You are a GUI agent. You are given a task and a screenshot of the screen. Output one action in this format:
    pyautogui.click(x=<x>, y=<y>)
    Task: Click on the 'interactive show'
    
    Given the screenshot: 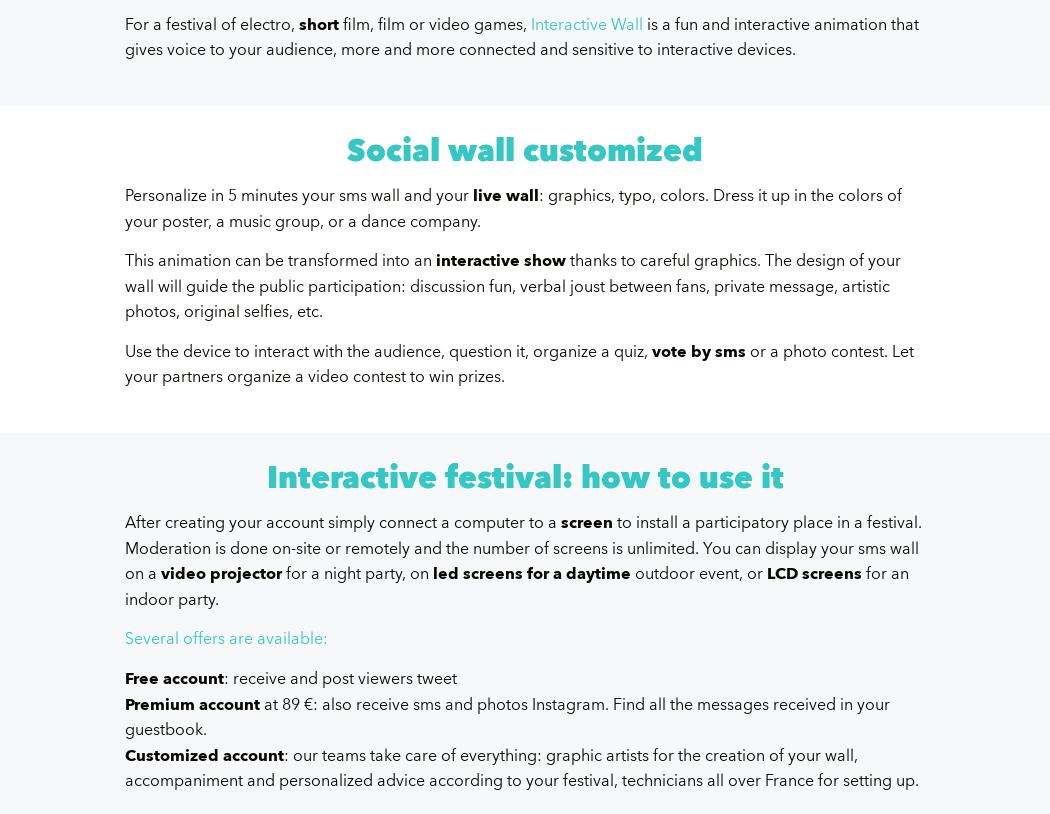 What is the action you would take?
    pyautogui.click(x=499, y=260)
    